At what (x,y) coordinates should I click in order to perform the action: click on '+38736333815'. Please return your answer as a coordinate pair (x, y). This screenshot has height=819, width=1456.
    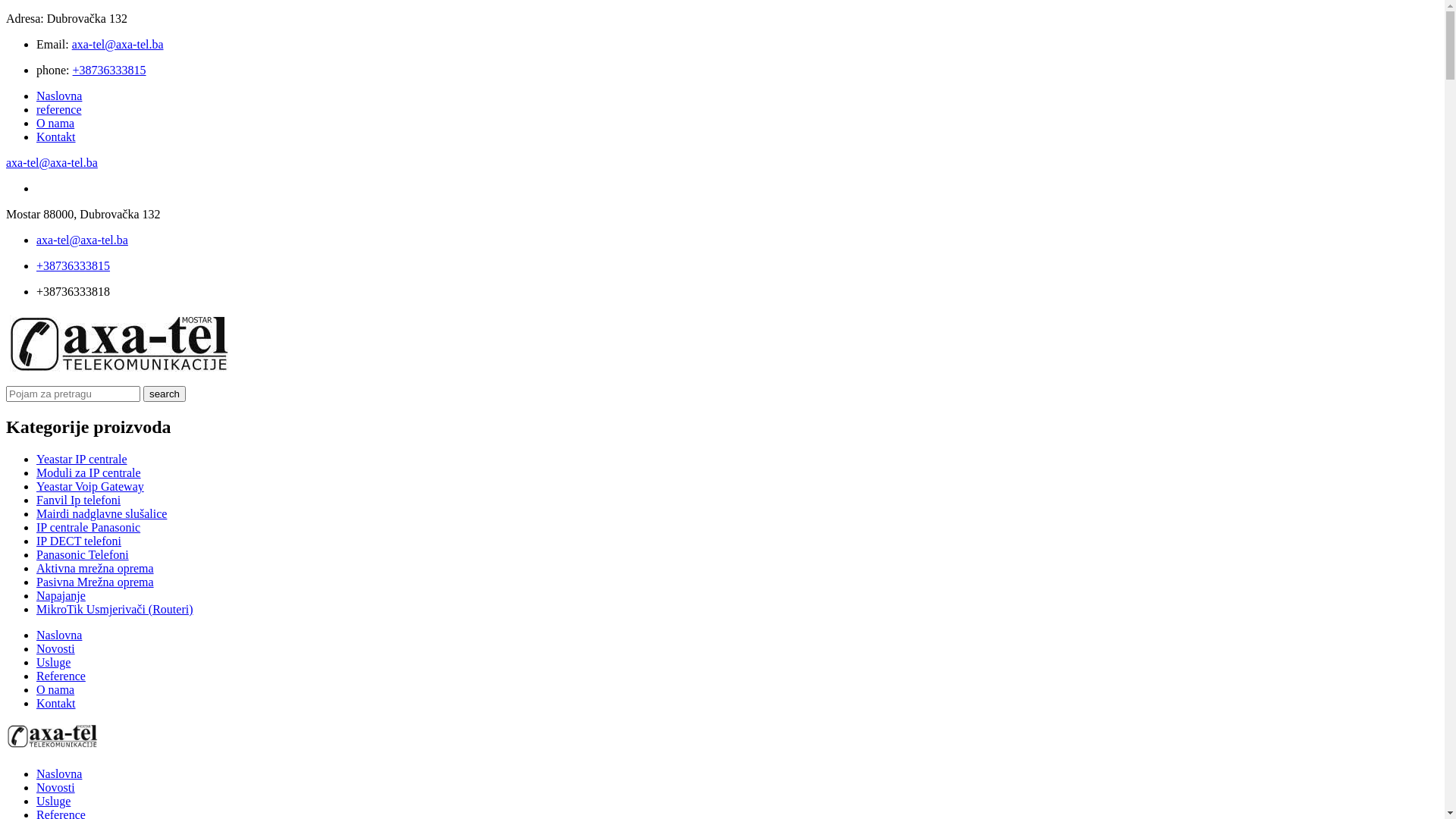
    Looking at the image, I should click on (72, 70).